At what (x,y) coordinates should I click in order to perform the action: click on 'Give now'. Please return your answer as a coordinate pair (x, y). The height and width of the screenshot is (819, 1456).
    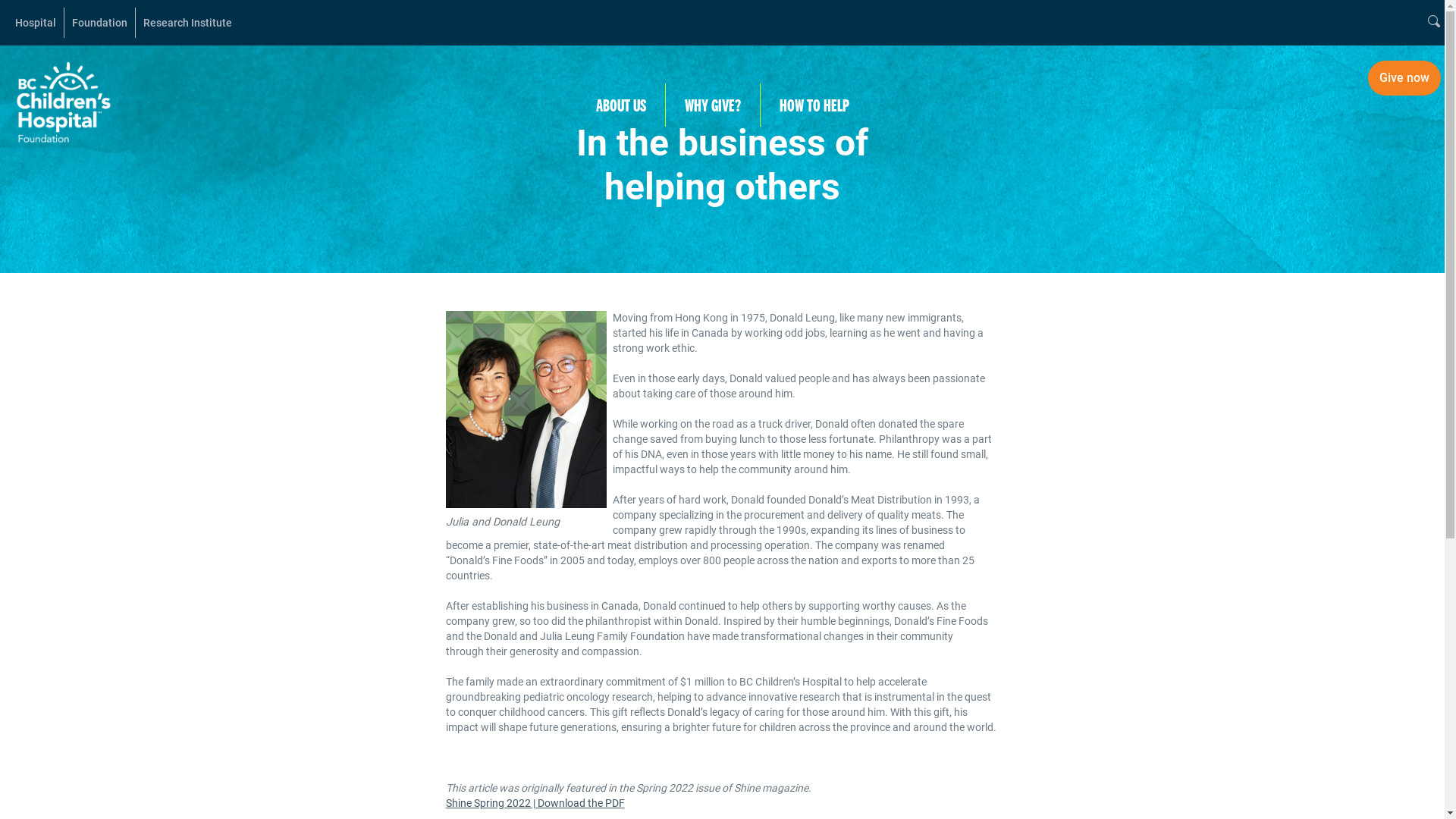
    Looking at the image, I should click on (1368, 78).